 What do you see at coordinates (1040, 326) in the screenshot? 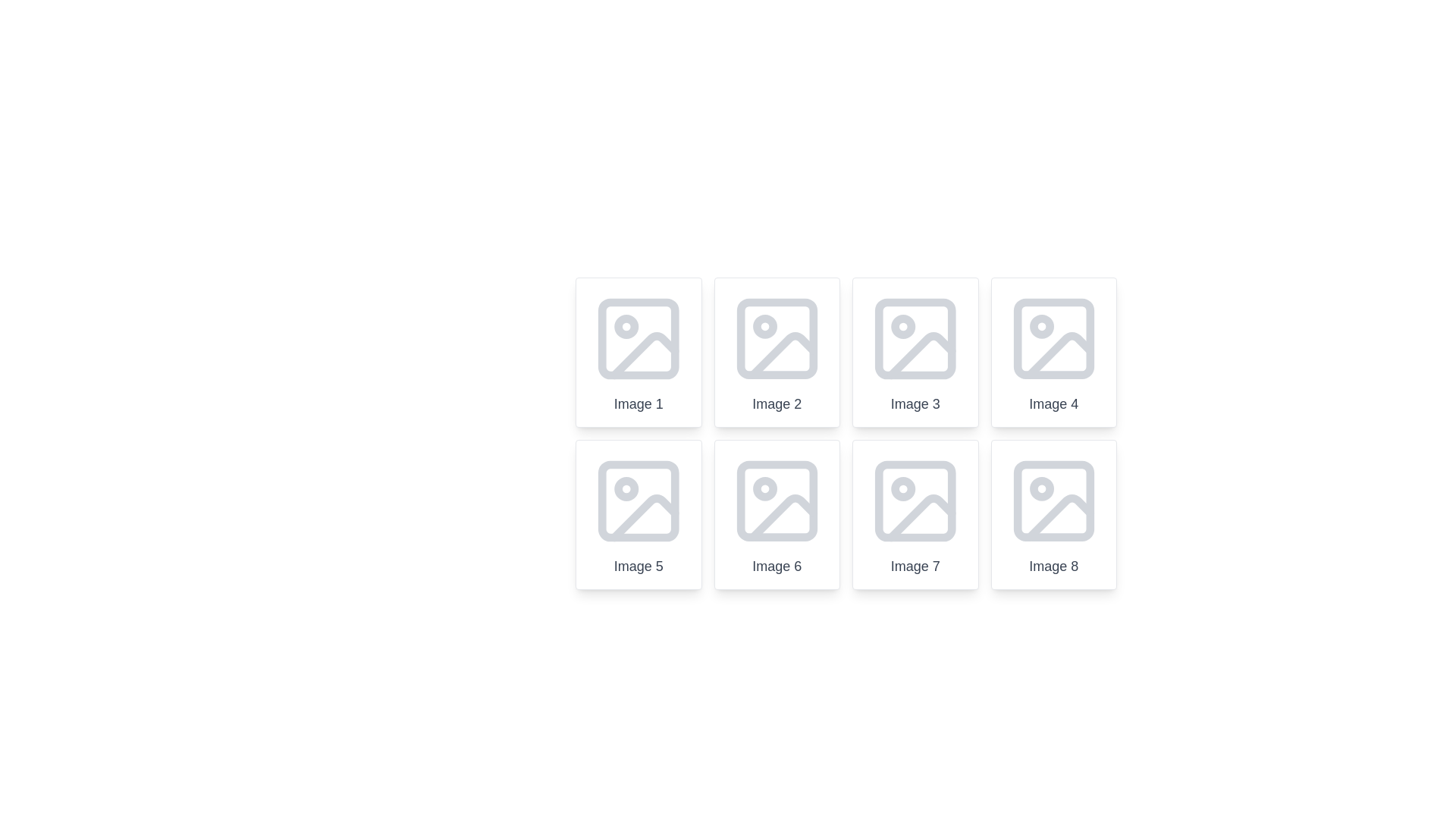
I see `the small circular SVG element, which is centrally located within the fourth image placeholder in the grid layout` at bounding box center [1040, 326].